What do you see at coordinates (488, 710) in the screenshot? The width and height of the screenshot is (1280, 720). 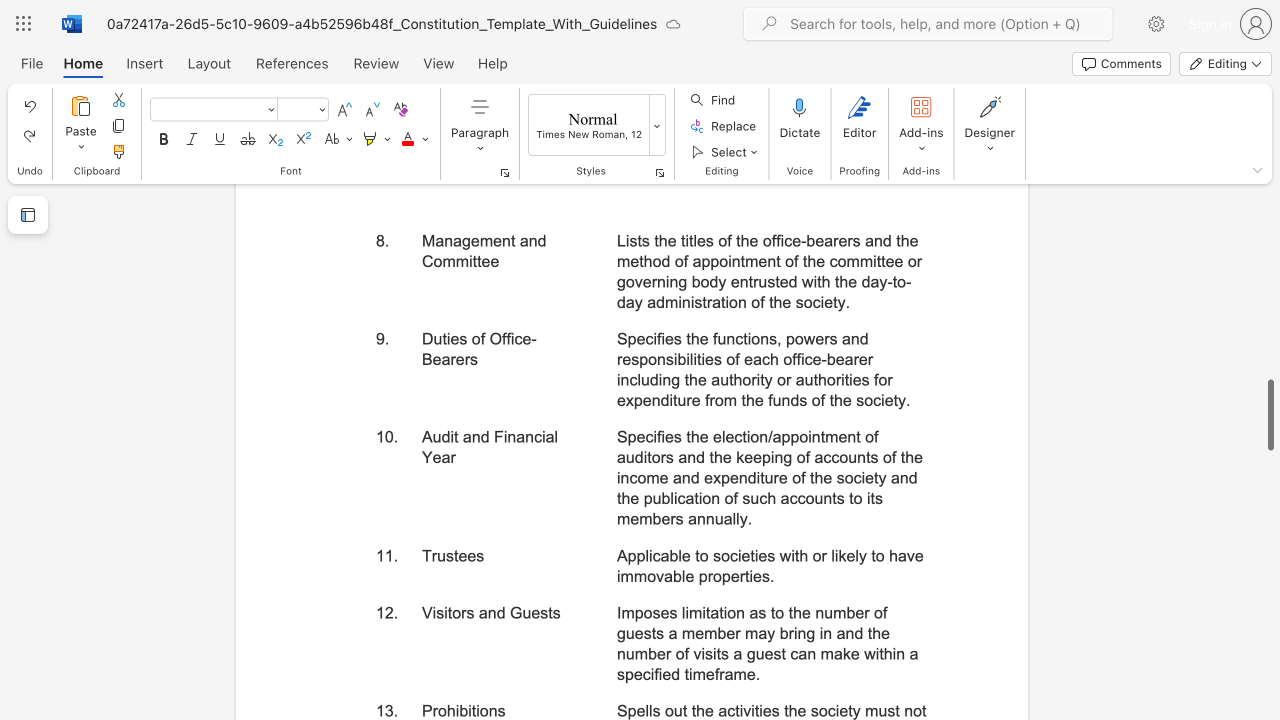 I see `the subset text "ns" within the text "Prohibitions"` at bounding box center [488, 710].